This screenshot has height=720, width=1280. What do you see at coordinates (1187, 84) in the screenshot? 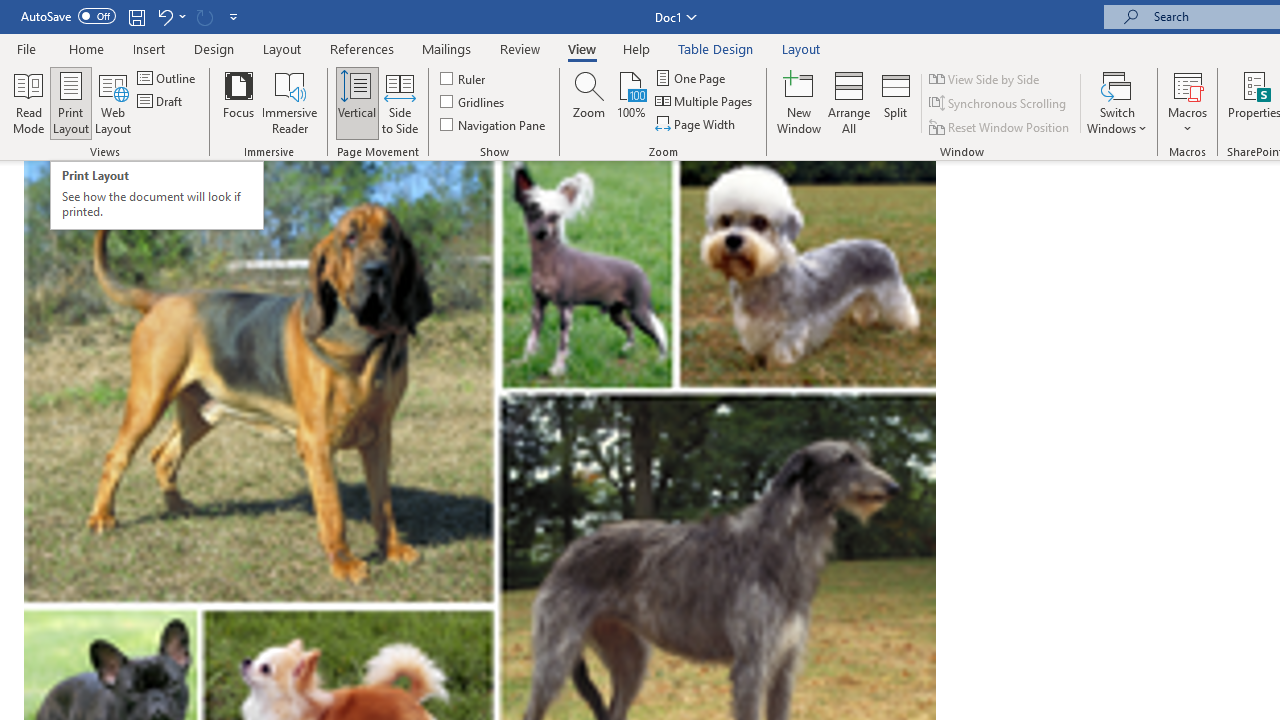
I see `'View Macros'` at bounding box center [1187, 84].